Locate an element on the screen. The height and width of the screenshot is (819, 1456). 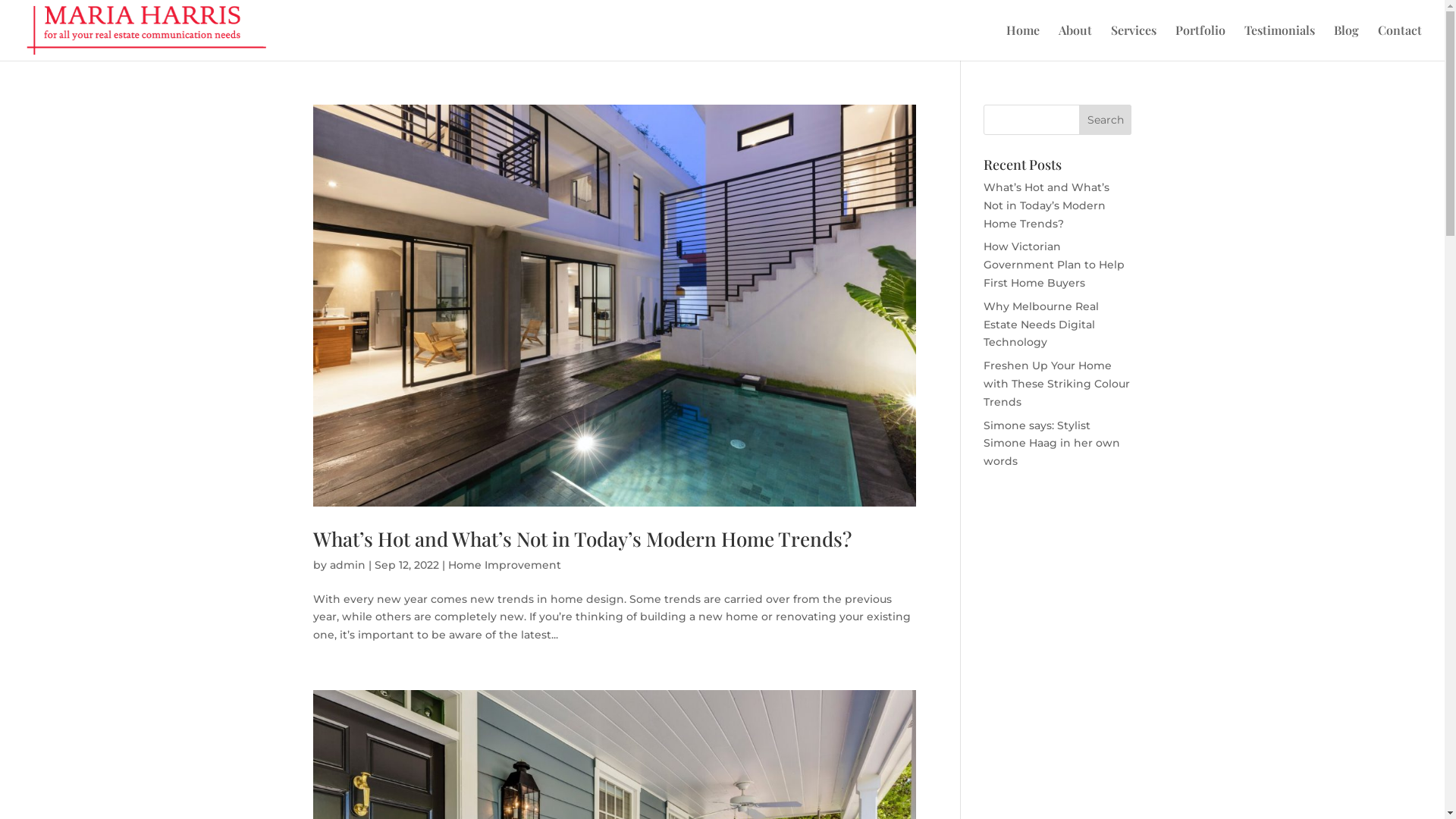
'Why Melbourne Real Estate Needs Digital Technology' is located at coordinates (1040, 324).